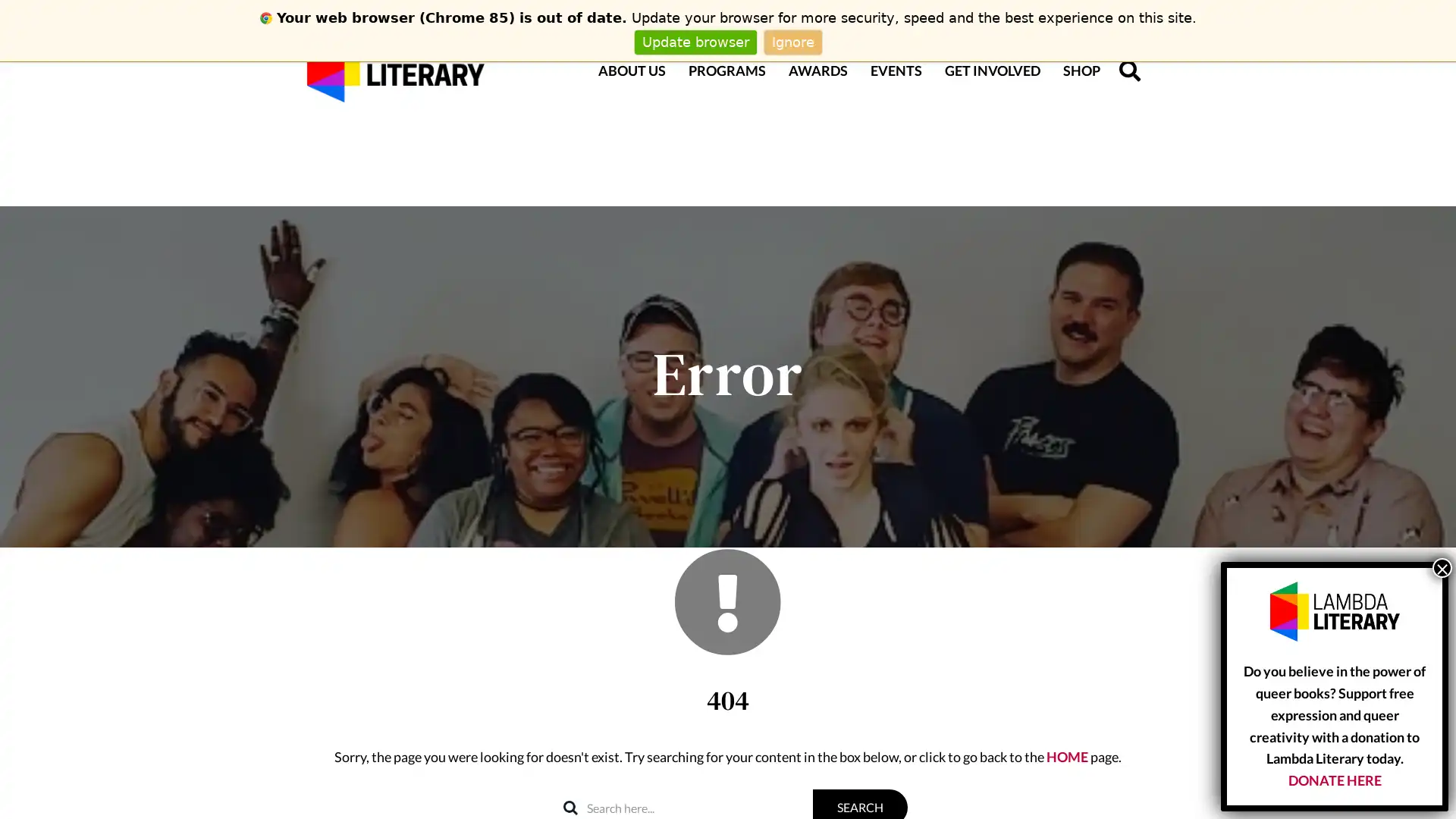  What do you see at coordinates (792, 41) in the screenshot?
I see `Ignore` at bounding box center [792, 41].